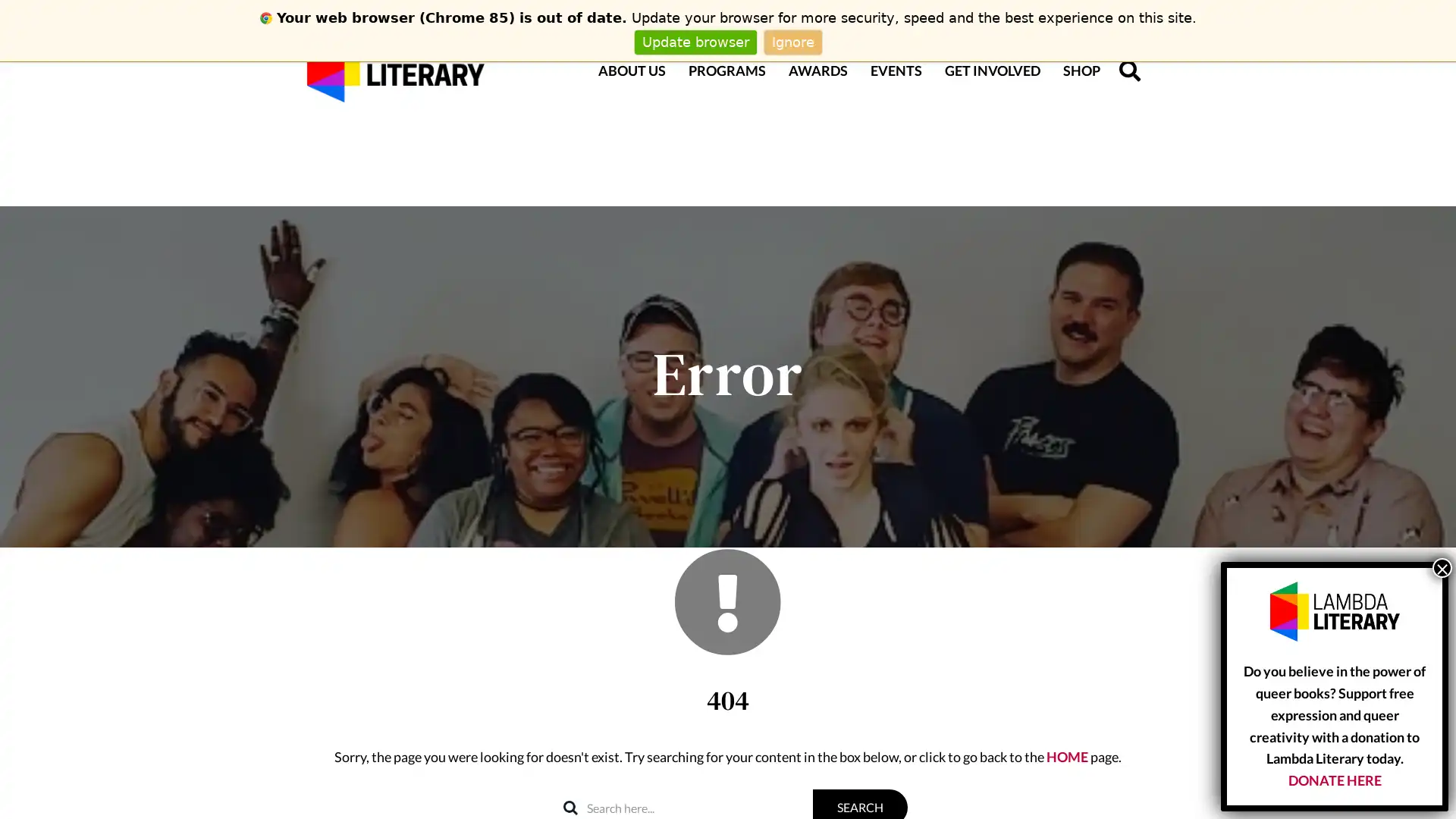  What do you see at coordinates (792, 41) in the screenshot?
I see `Ignore` at bounding box center [792, 41].